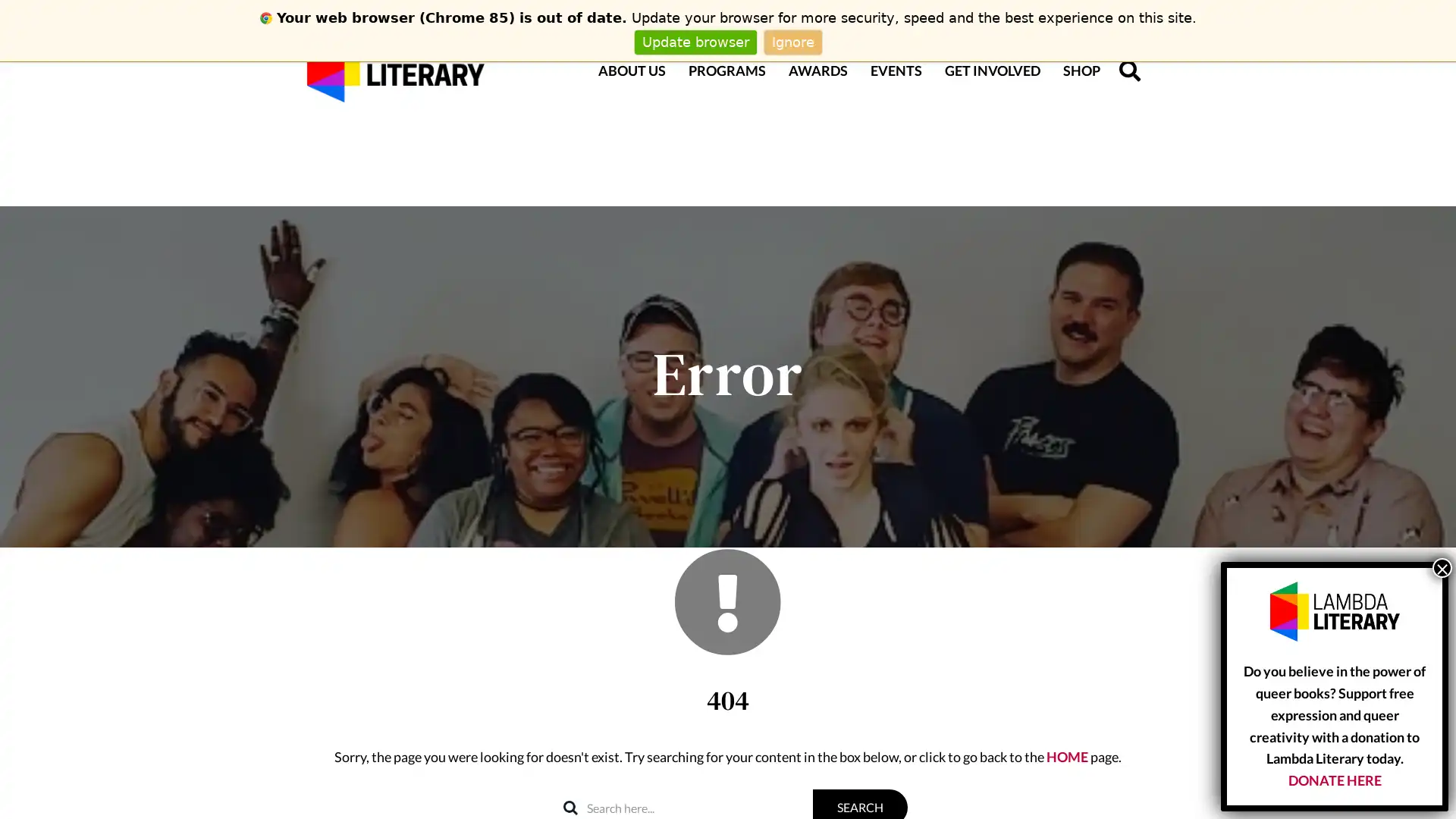  What do you see at coordinates (792, 41) in the screenshot?
I see `Ignore` at bounding box center [792, 41].